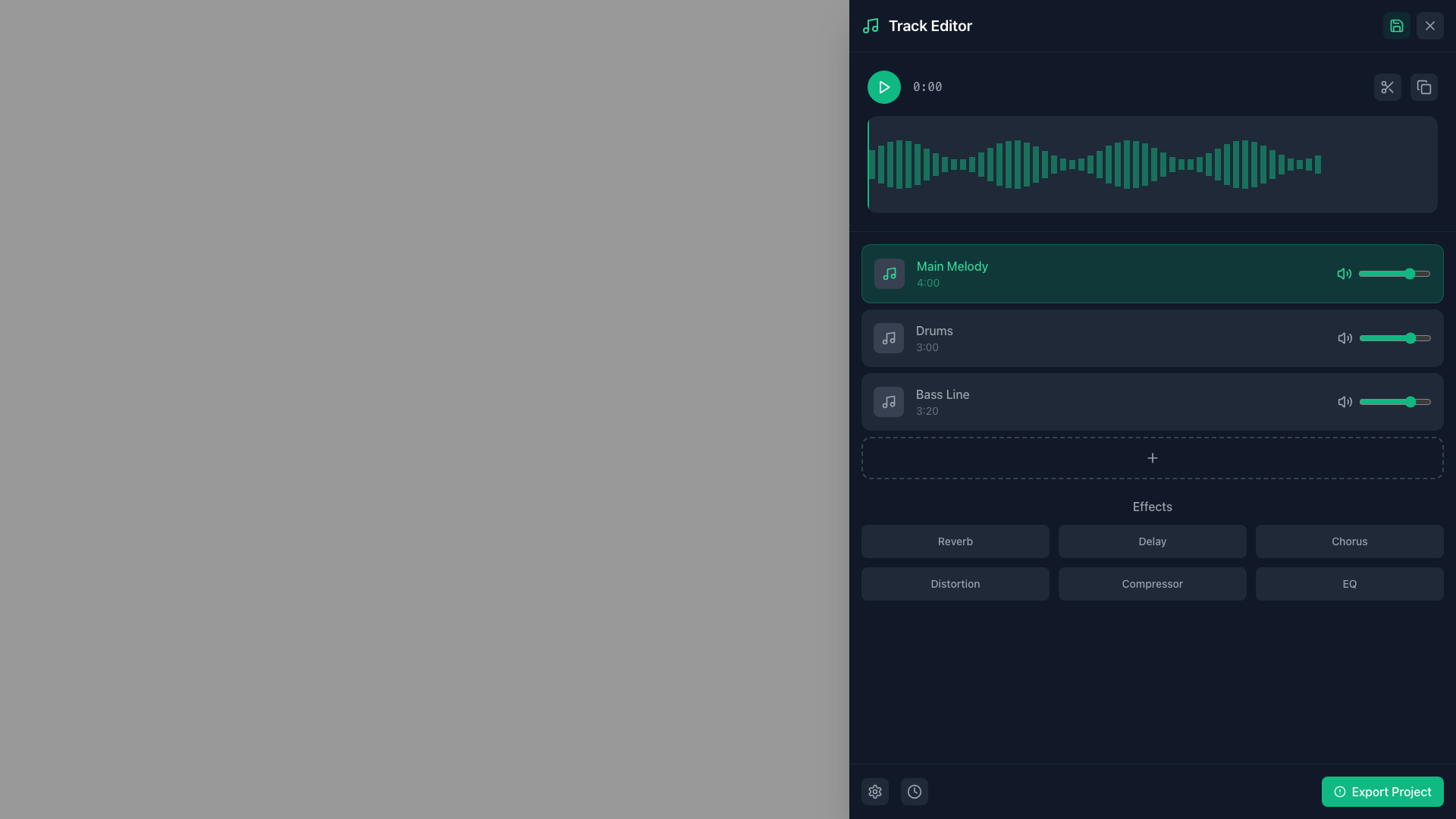 The height and width of the screenshot is (819, 1456). What do you see at coordinates (1153, 164) in the screenshot?
I see `the 31st vertical bar in the waveform visualization, which is styled with a translucent emerald green color and is located in the upper part of the Track Editor` at bounding box center [1153, 164].